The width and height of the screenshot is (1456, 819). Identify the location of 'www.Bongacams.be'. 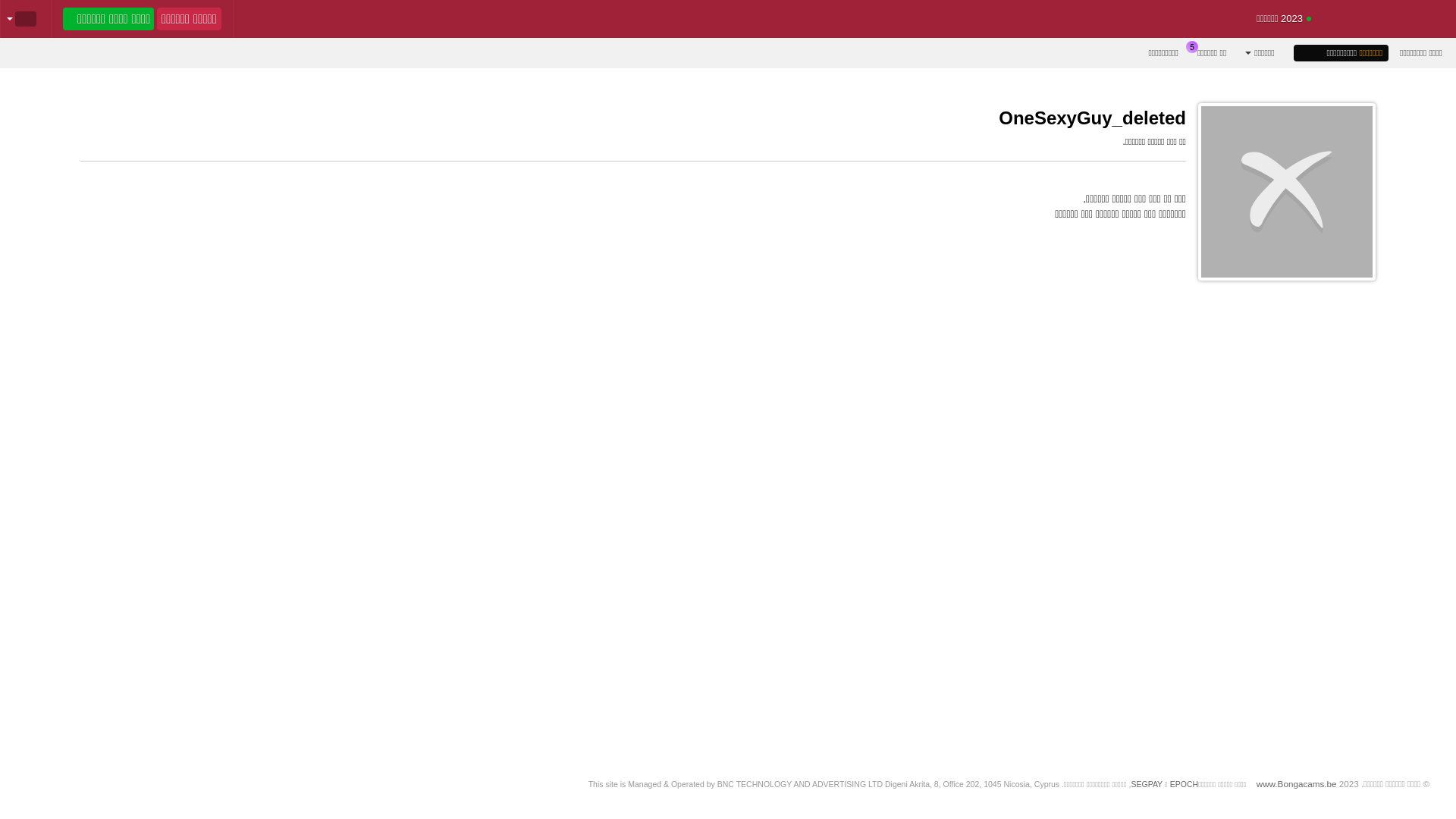
(1295, 783).